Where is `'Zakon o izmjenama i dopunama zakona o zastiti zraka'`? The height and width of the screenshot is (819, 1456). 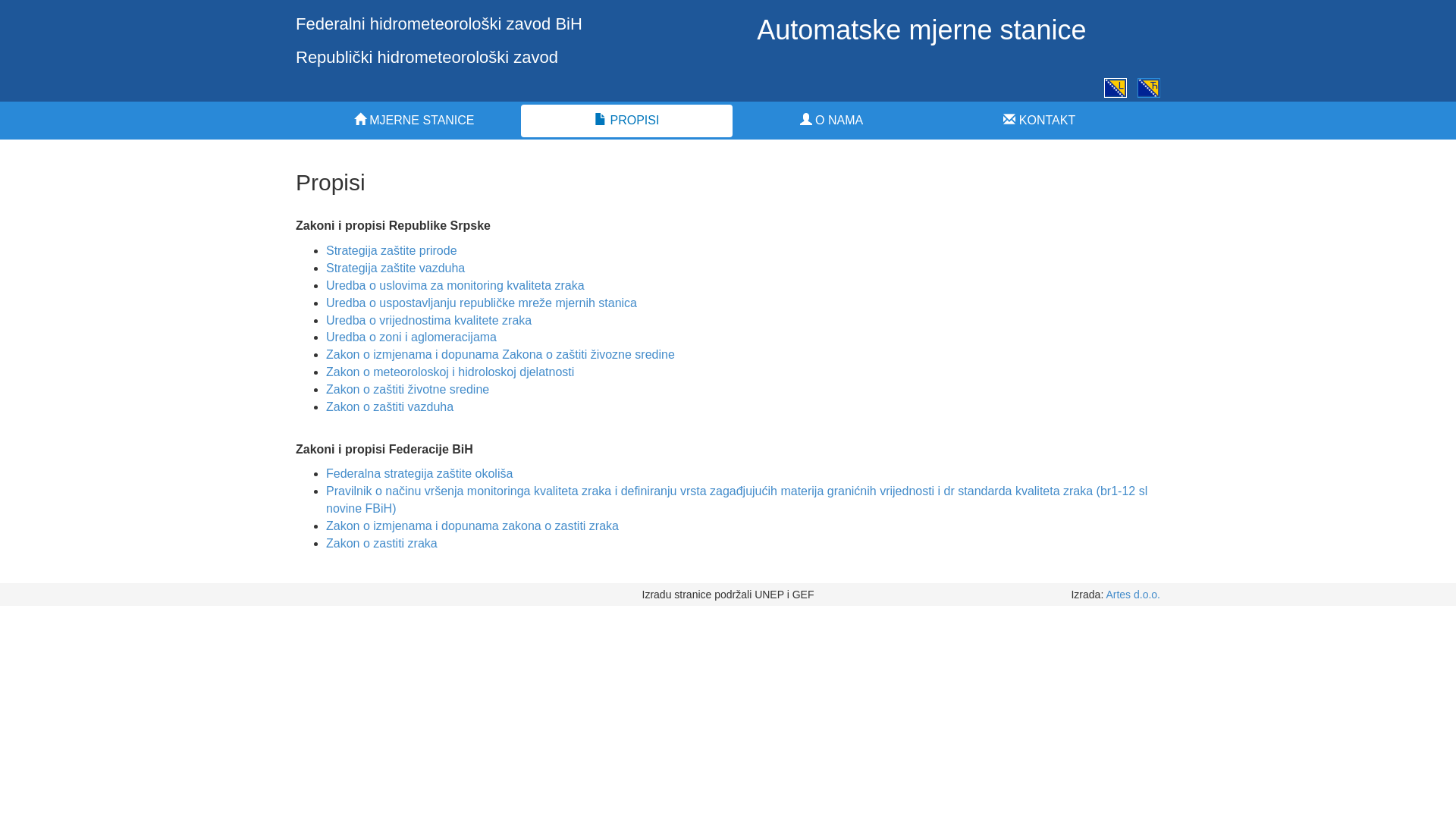
'Zakon o izmjenama i dopunama zakona o zastiti zraka' is located at coordinates (472, 525).